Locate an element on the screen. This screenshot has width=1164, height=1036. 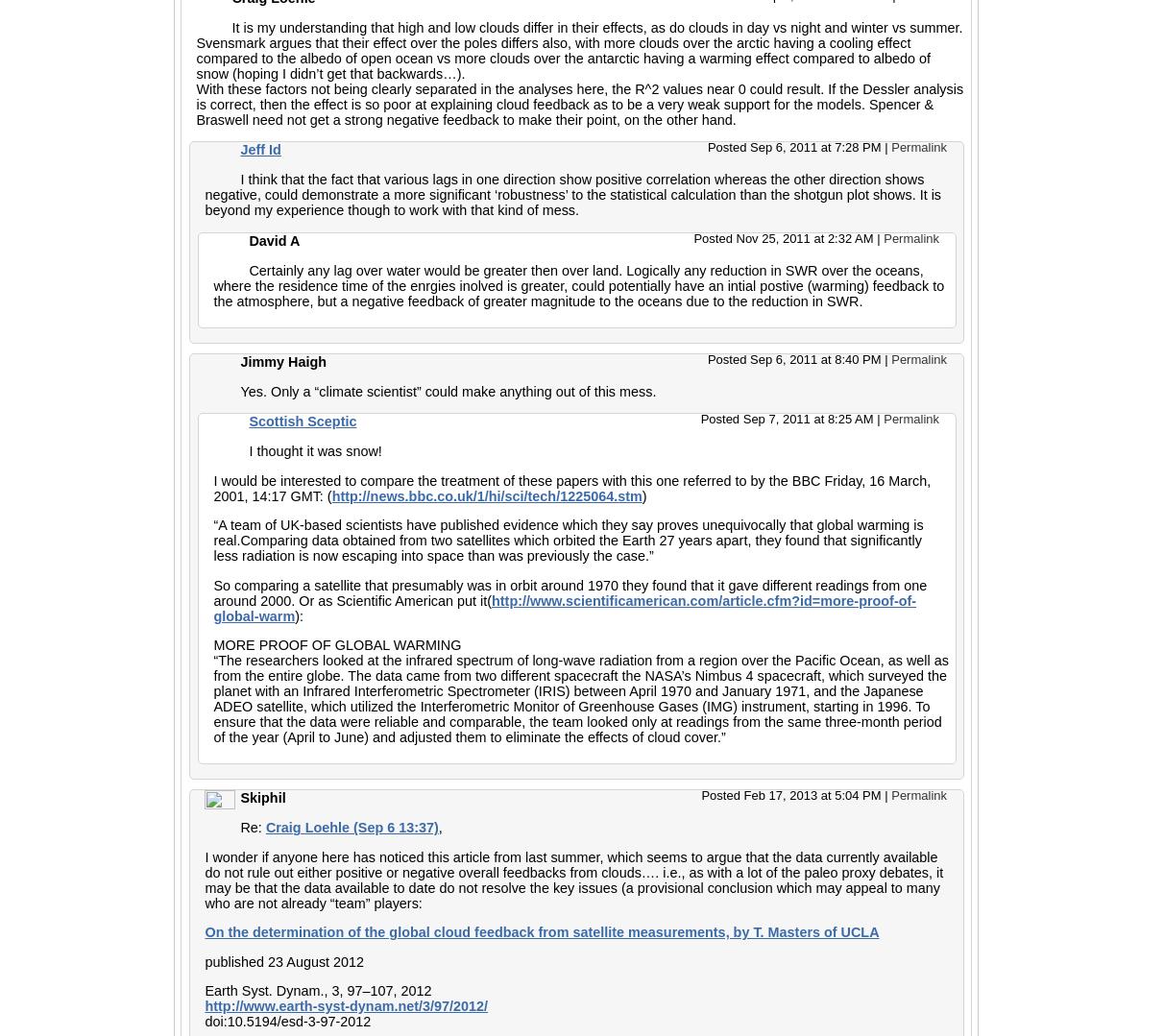
'I would be interested to compare the treatment of these papers with this one referred to by the BBC  Friday, 16 March, 2001, 14:17 GMT: (' is located at coordinates (571, 487).